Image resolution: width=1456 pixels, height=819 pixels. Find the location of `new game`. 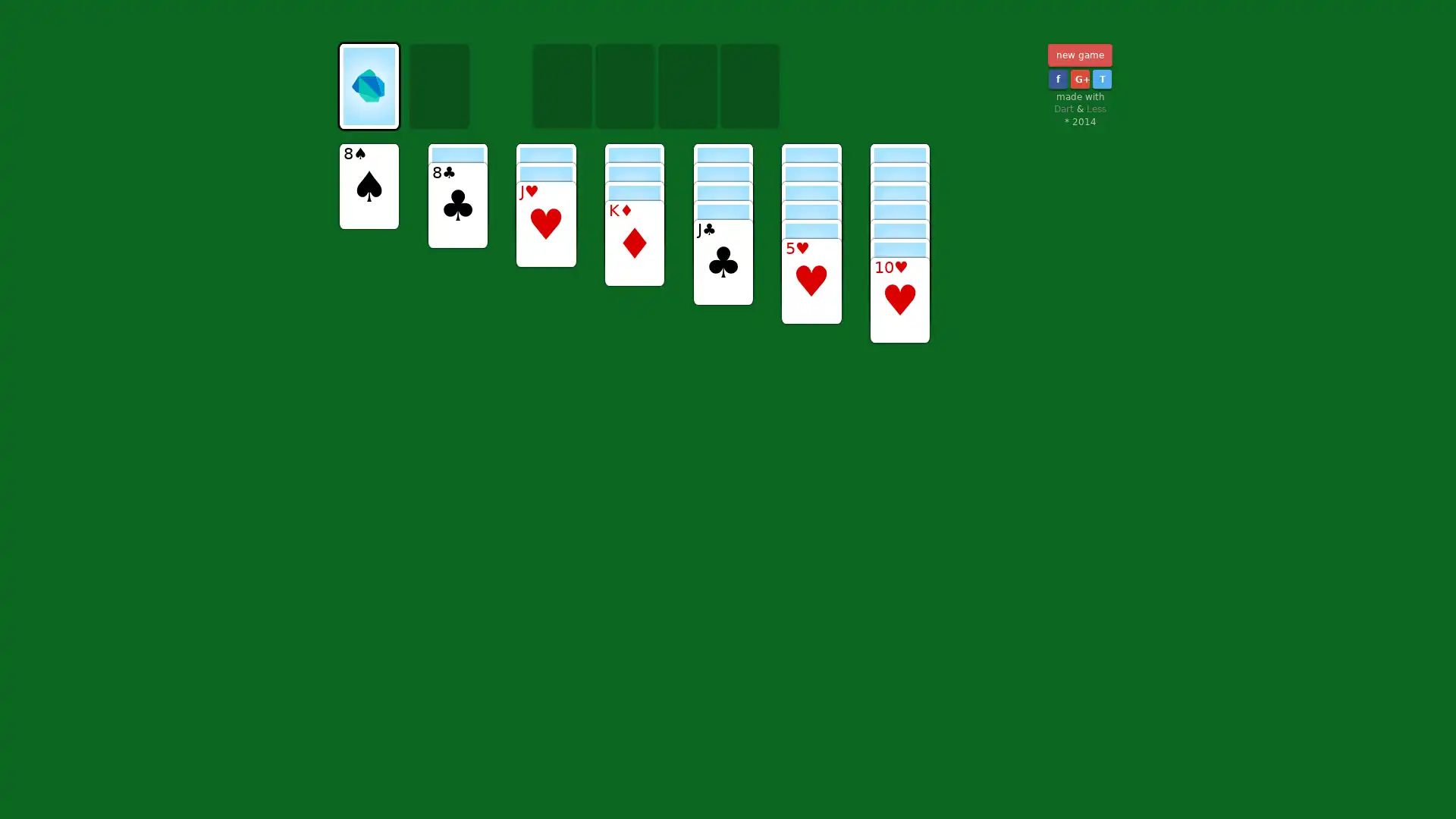

new game is located at coordinates (1079, 54).